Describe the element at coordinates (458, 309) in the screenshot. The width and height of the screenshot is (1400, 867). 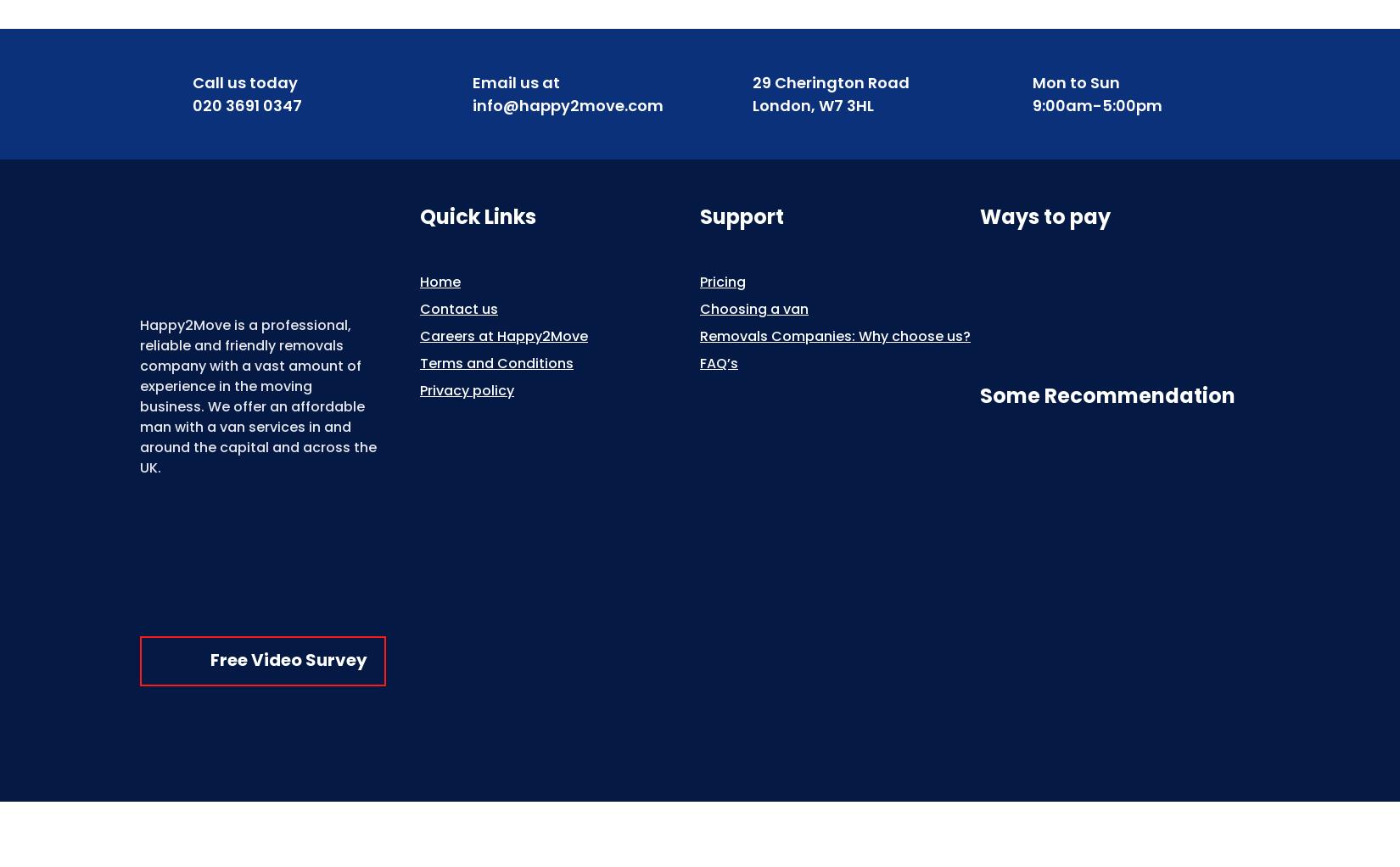
I see `'Contact us'` at that location.